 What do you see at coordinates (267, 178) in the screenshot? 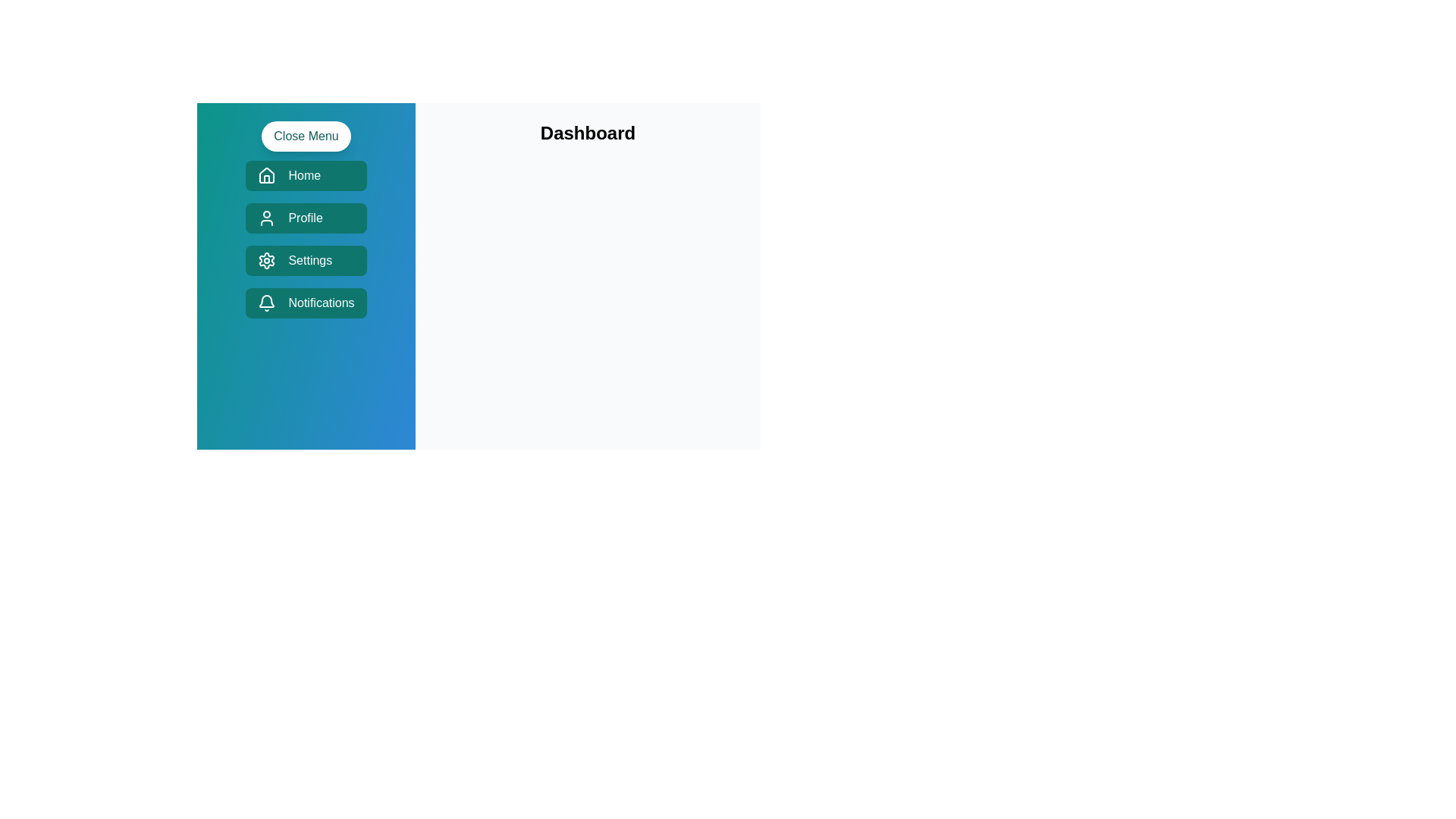
I see `the base of the house icon in the menu, which visually represents the 'Home' option in the vertical sidebar` at bounding box center [267, 178].